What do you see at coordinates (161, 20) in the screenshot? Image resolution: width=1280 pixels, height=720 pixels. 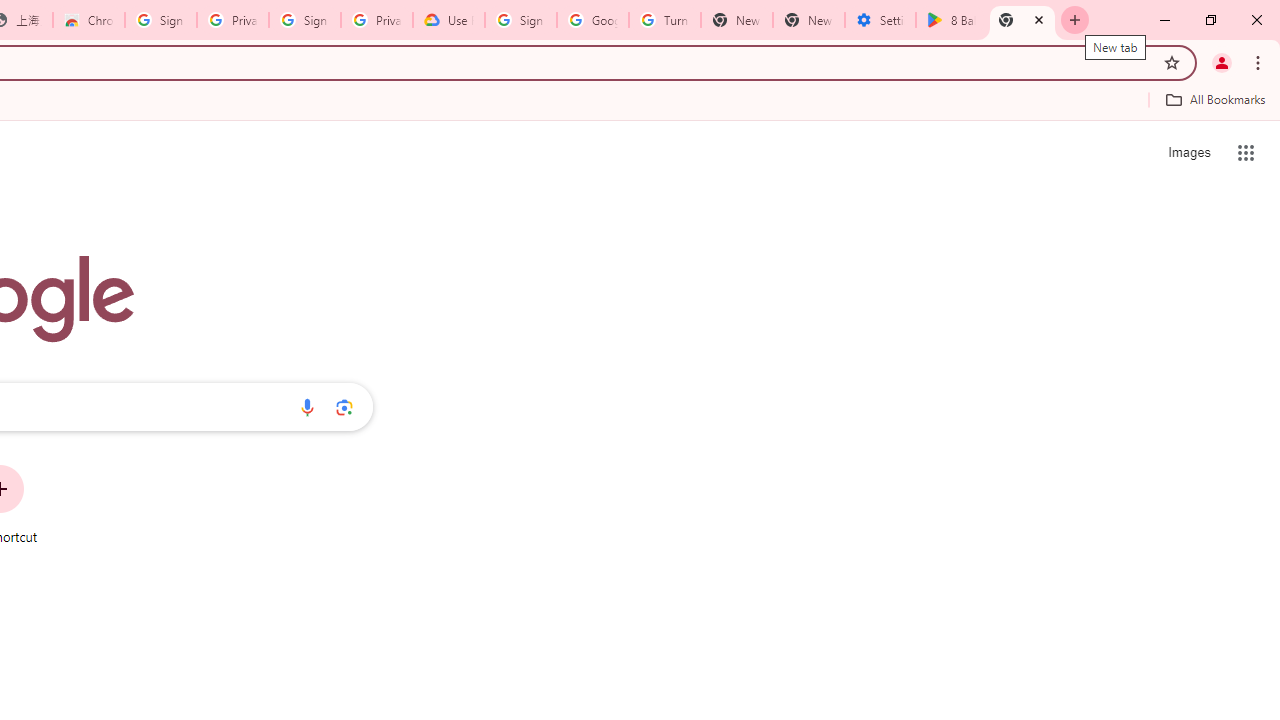 I see `'Sign in - Google Accounts'` at bounding box center [161, 20].